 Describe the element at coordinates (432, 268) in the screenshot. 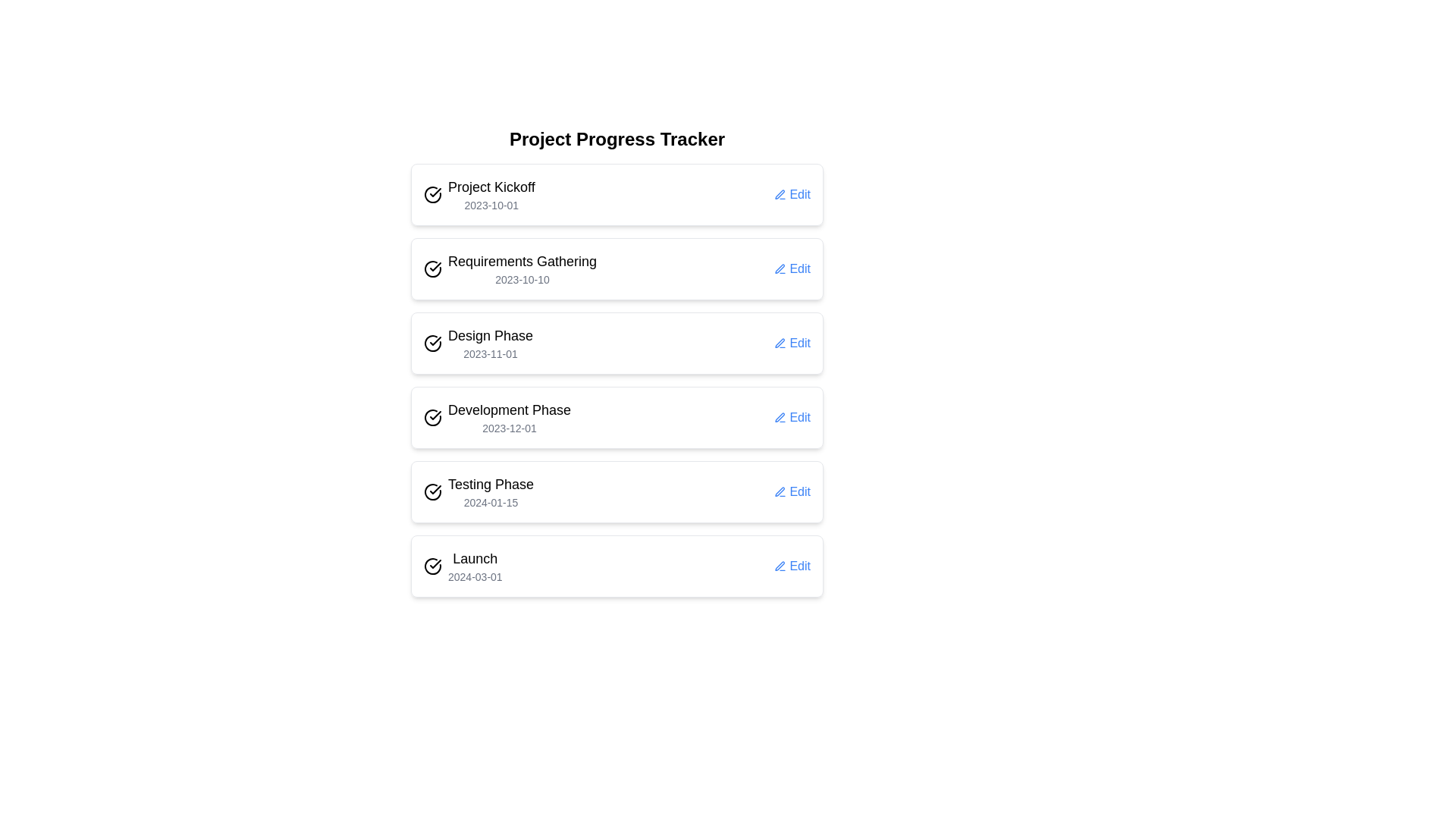

I see `the visual indicator icon representing the completion status, located to the left of the text 'Requirements Gathering' in the 'Project Progress Tracker' list` at that location.